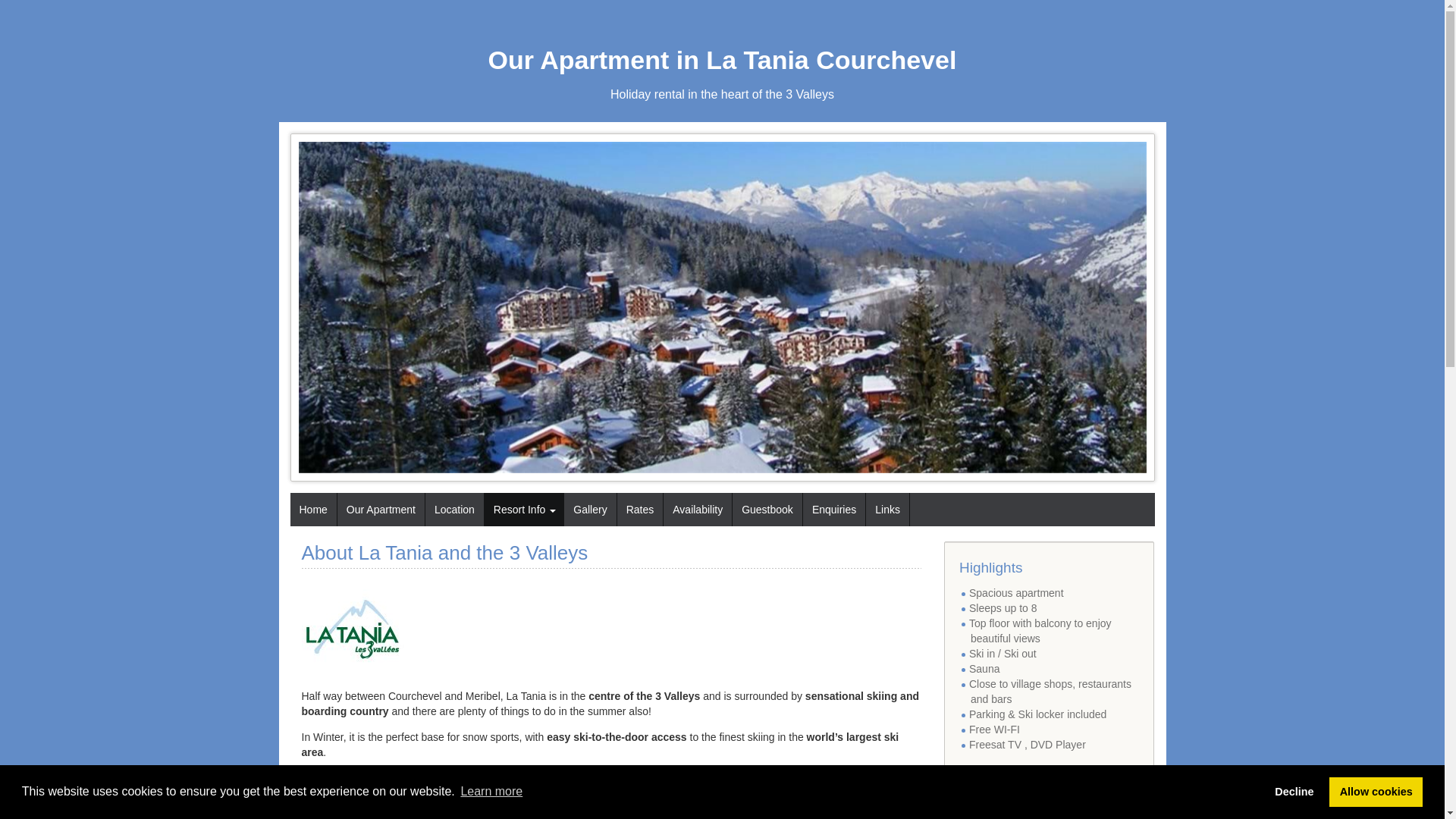 This screenshot has width=1456, height=819. I want to click on 'Resort Info', so click(524, 509).